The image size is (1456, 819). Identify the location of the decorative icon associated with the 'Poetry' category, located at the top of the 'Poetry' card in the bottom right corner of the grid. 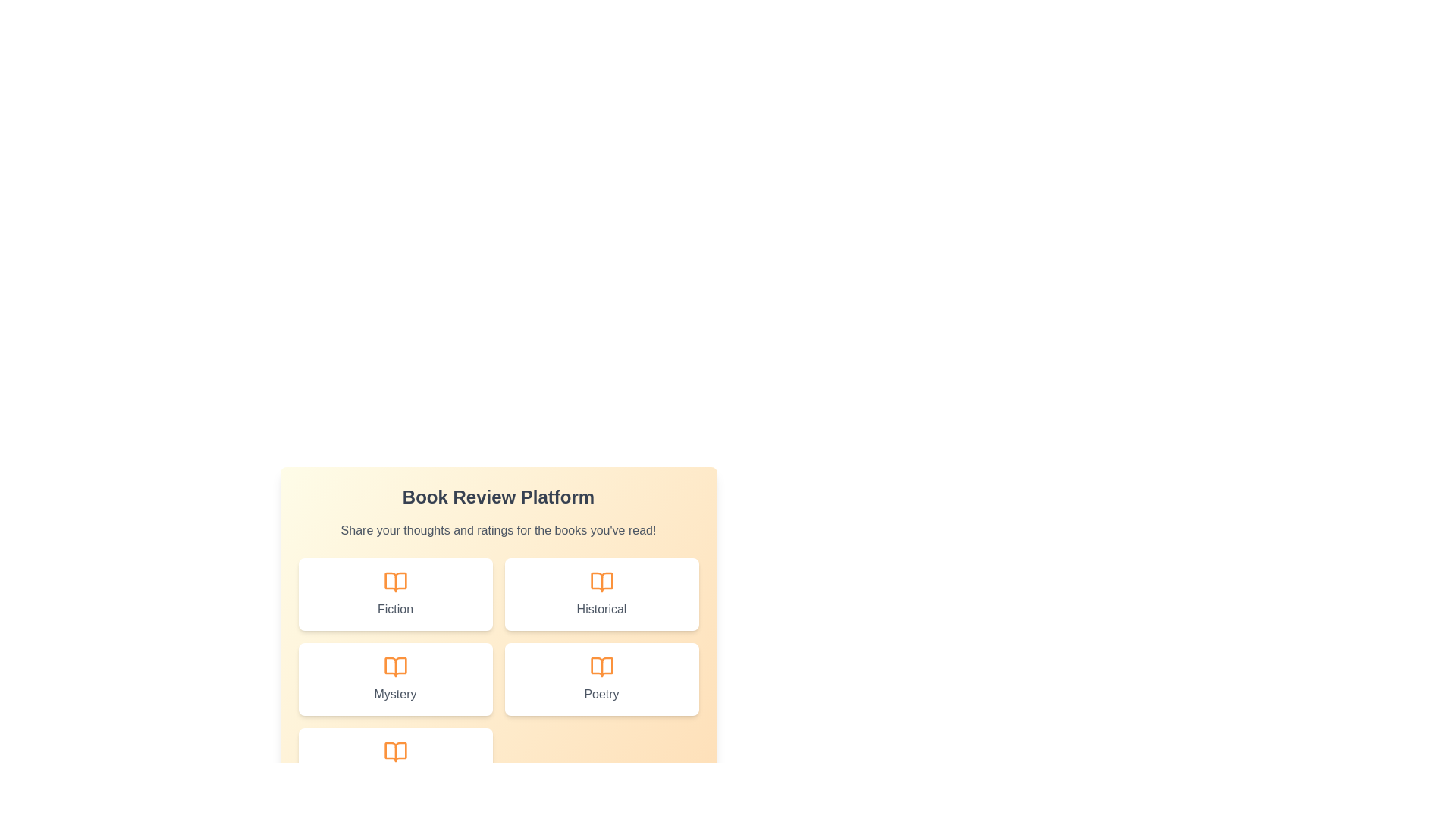
(601, 666).